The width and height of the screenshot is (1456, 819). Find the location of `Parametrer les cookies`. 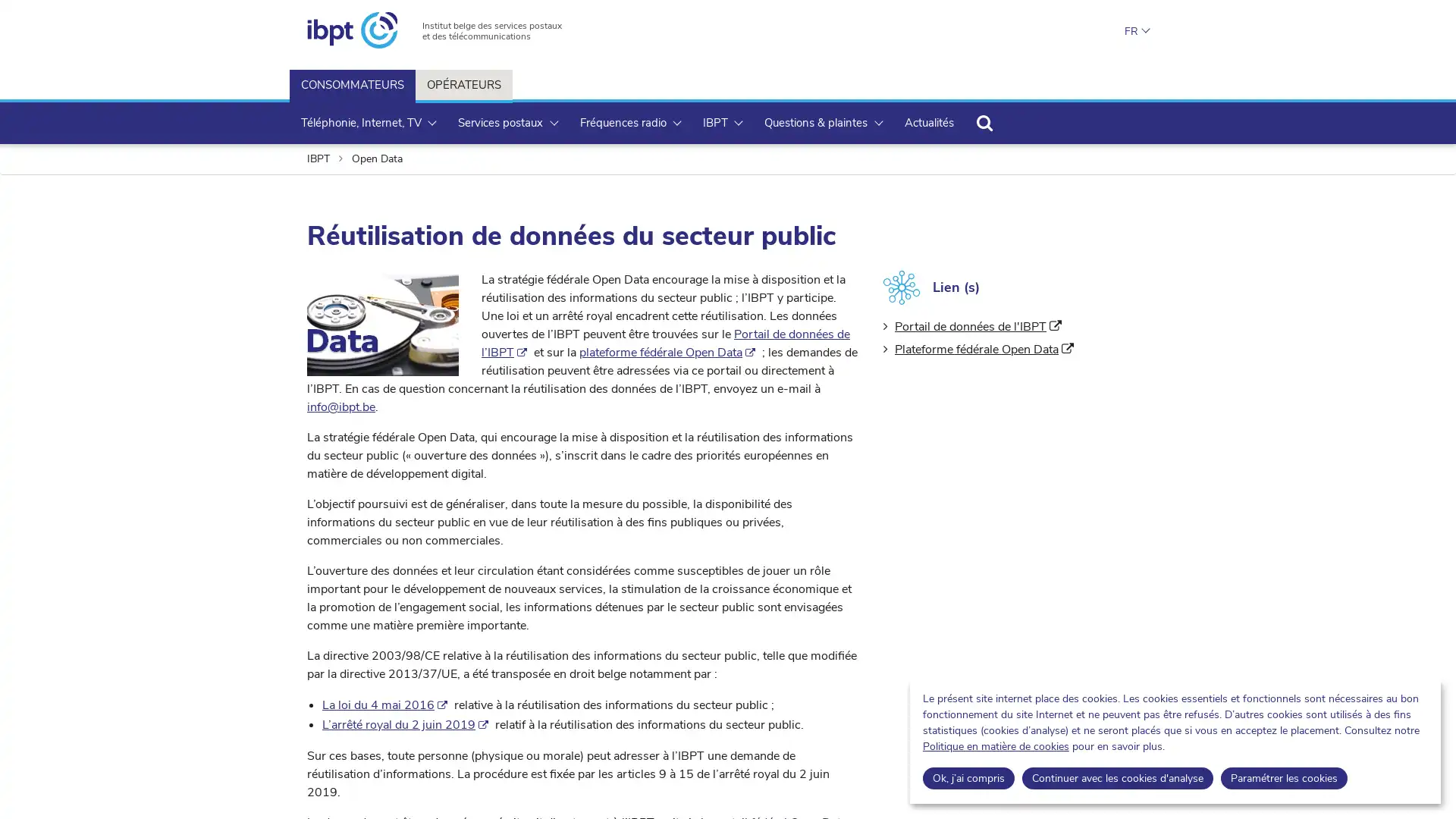

Parametrer les cookies is located at coordinates (1282, 778).